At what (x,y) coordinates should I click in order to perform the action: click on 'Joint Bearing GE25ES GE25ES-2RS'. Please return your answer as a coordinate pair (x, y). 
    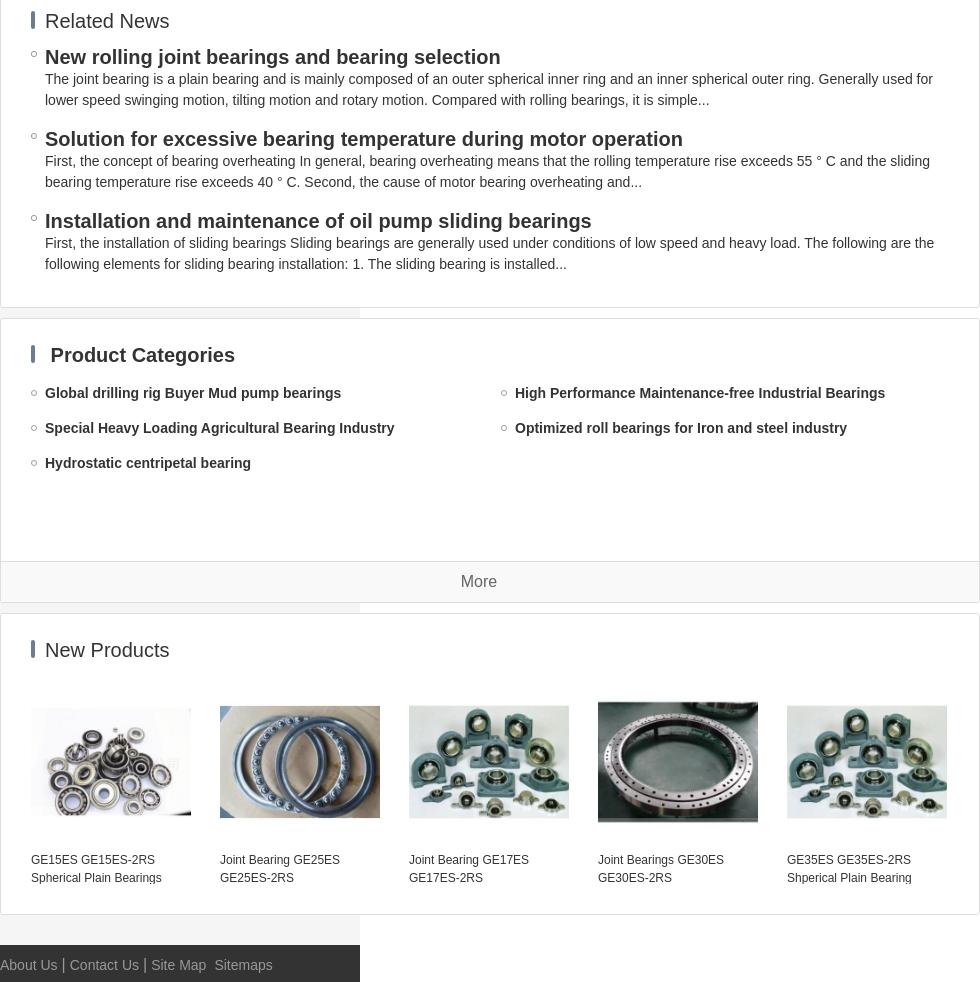
    Looking at the image, I should click on (279, 868).